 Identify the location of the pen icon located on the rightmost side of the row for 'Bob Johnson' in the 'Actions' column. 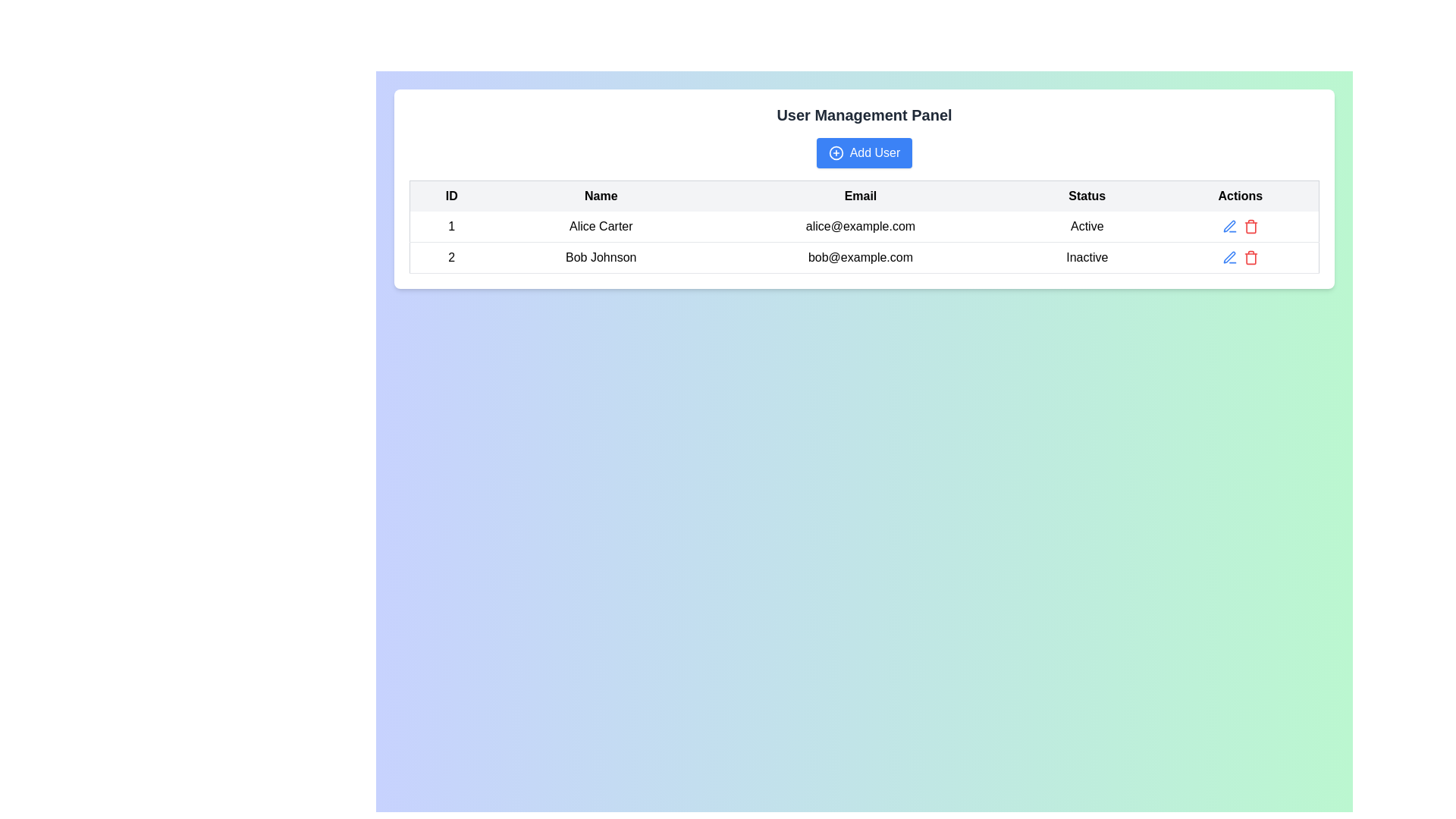
(1229, 226).